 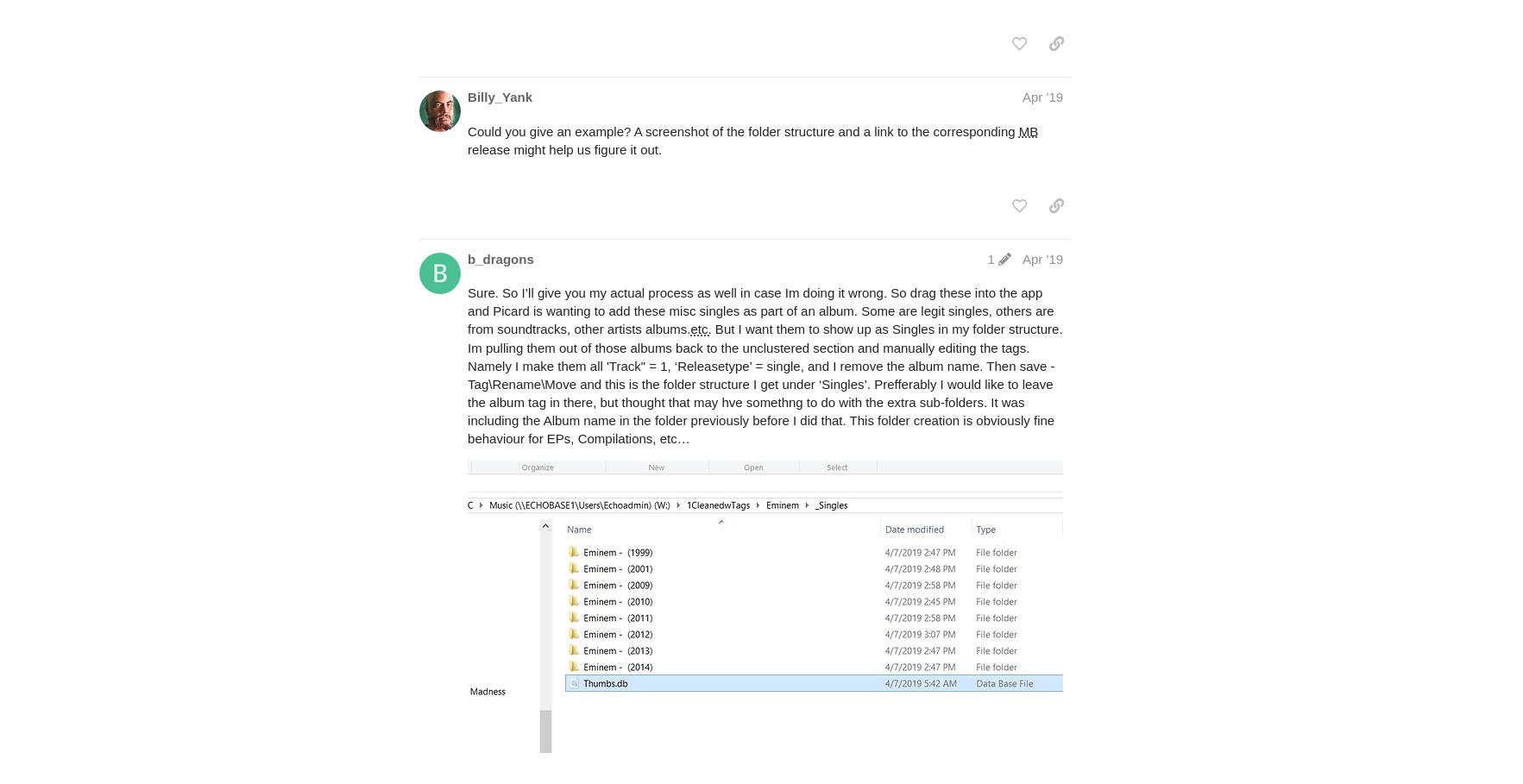 I want to click on 'Billy_Yank', so click(x=467, y=96).